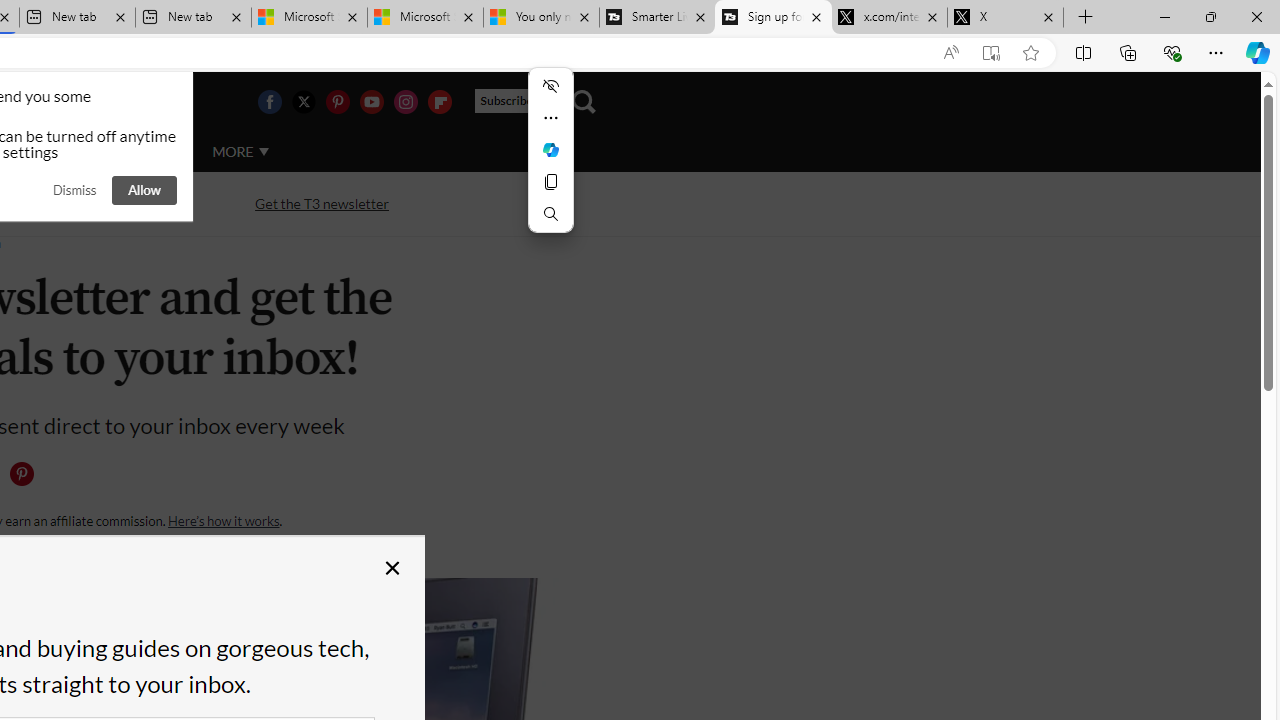  Describe the element at coordinates (152, 150) in the screenshot. I see `'AUTO'` at that location.